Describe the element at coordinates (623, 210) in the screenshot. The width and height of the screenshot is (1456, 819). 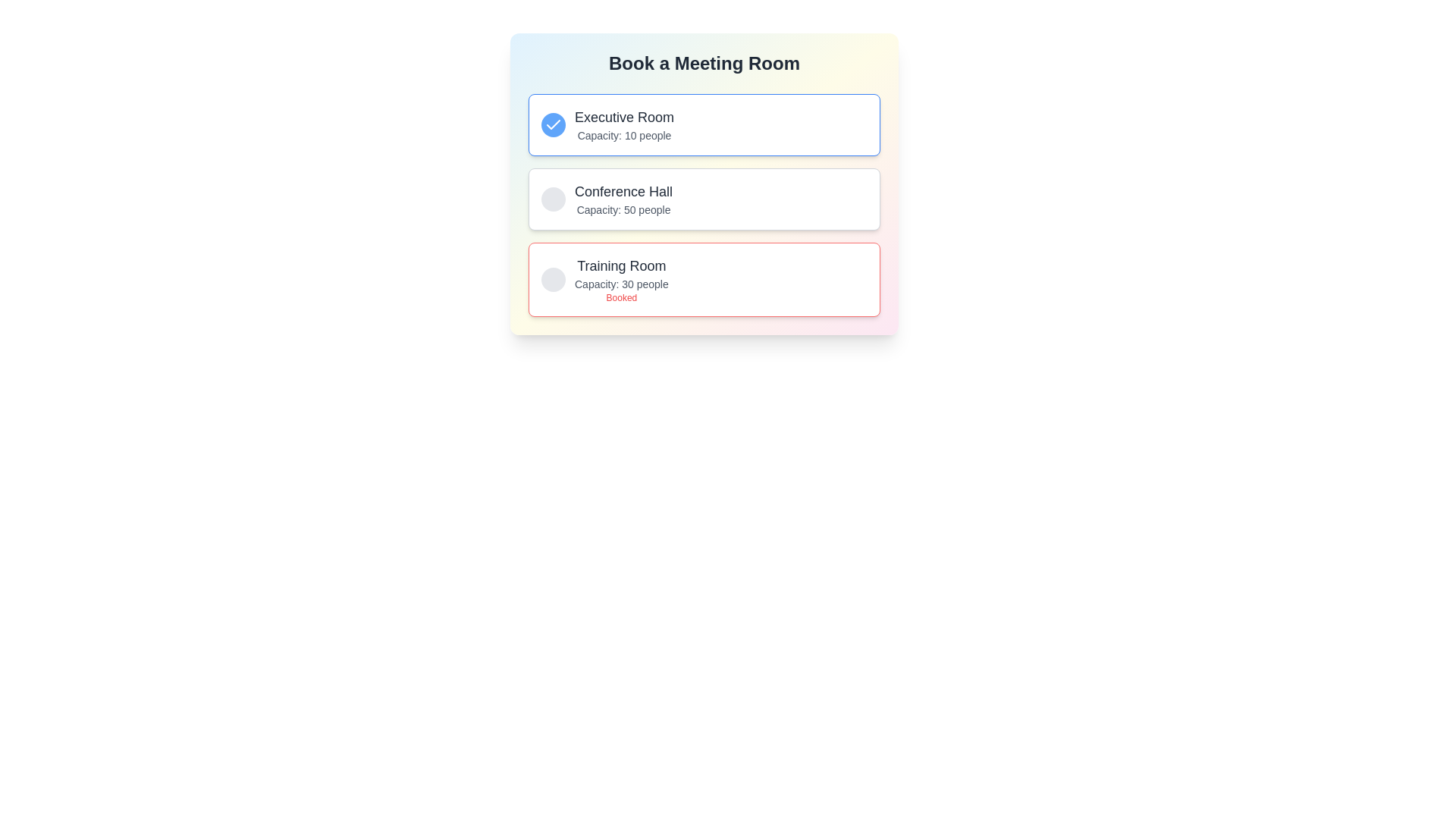
I see `the text label indicating the maximum capacity of people for the 'Conference Hall' located below the title in the second option block of meeting rooms` at that location.